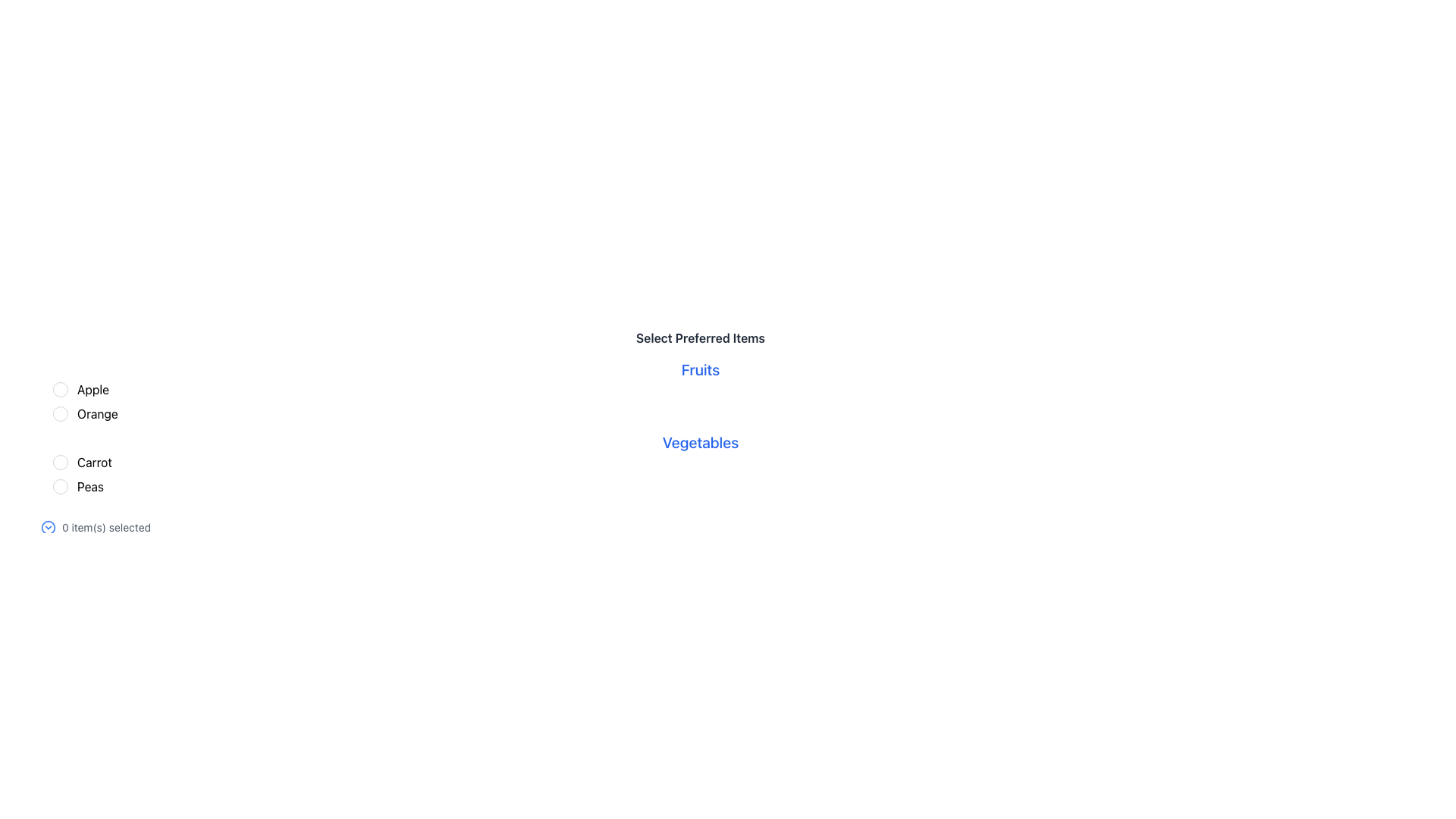 The width and height of the screenshot is (1456, 819). I want to click on the text label representing the first option in the selection list, so click(92, 388).